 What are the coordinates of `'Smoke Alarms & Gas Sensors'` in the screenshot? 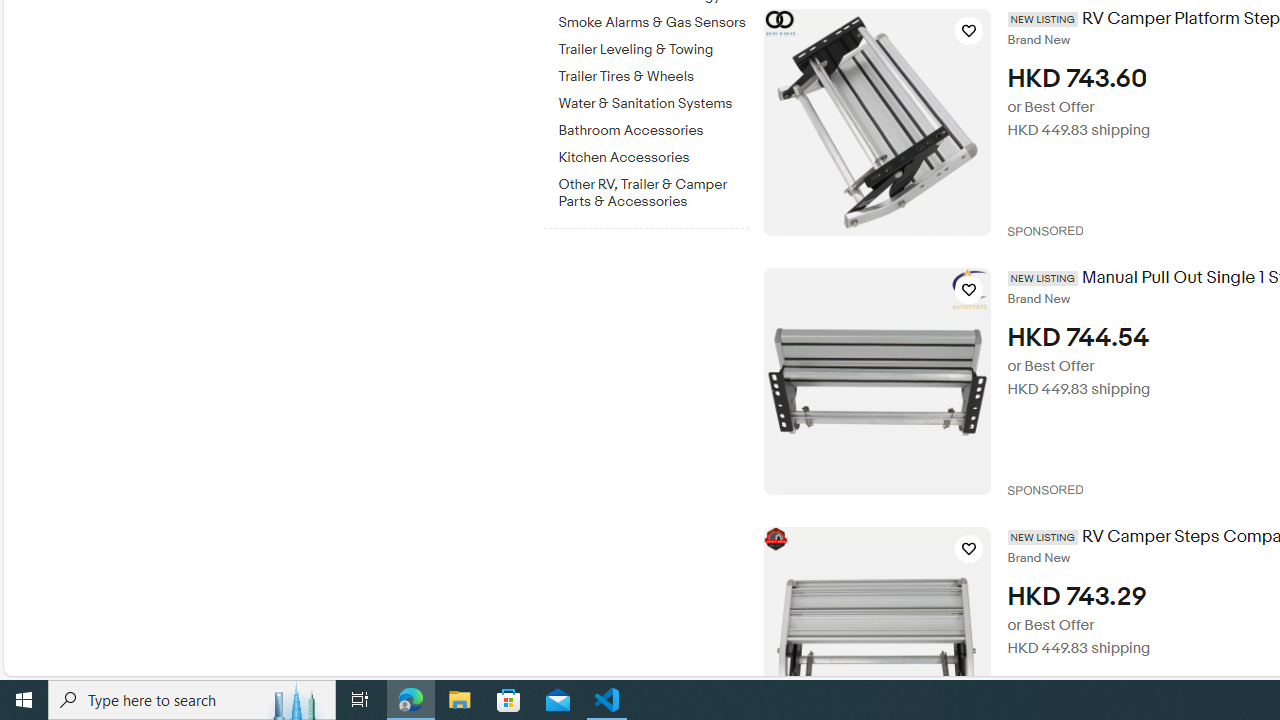 It's located at (653, 23).